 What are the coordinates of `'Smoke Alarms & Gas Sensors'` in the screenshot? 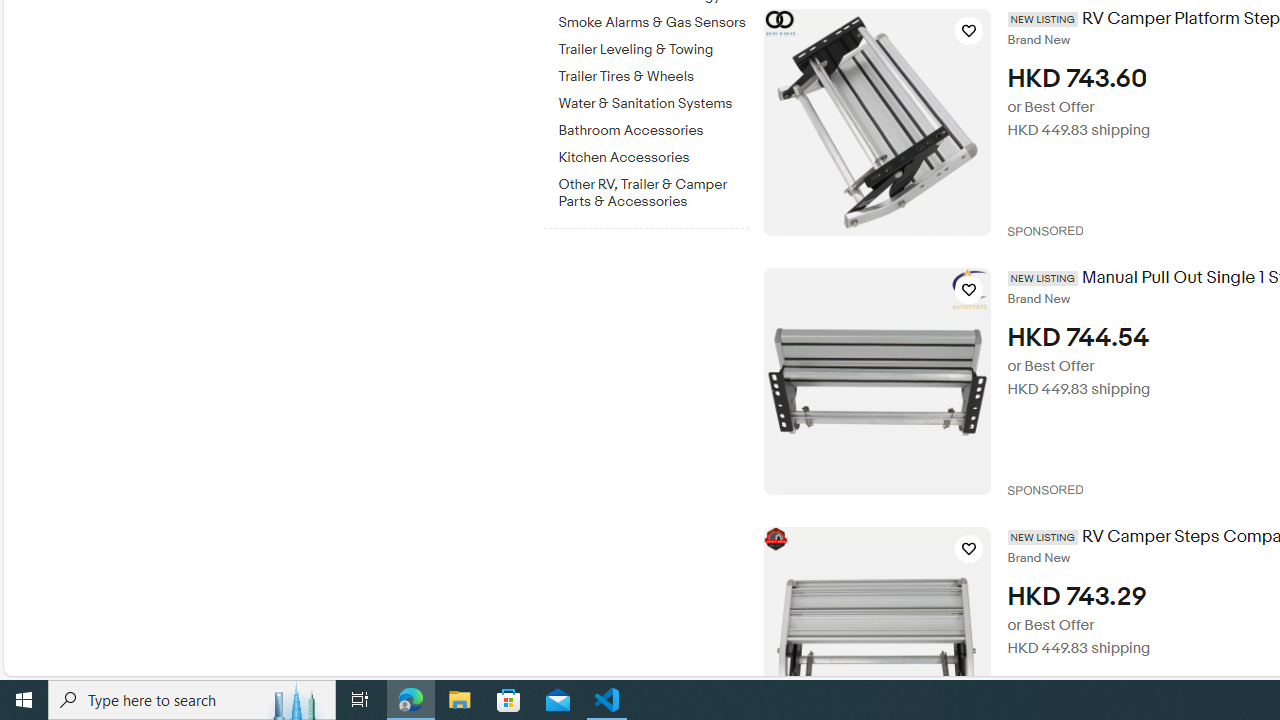 It's located at (653, 23).